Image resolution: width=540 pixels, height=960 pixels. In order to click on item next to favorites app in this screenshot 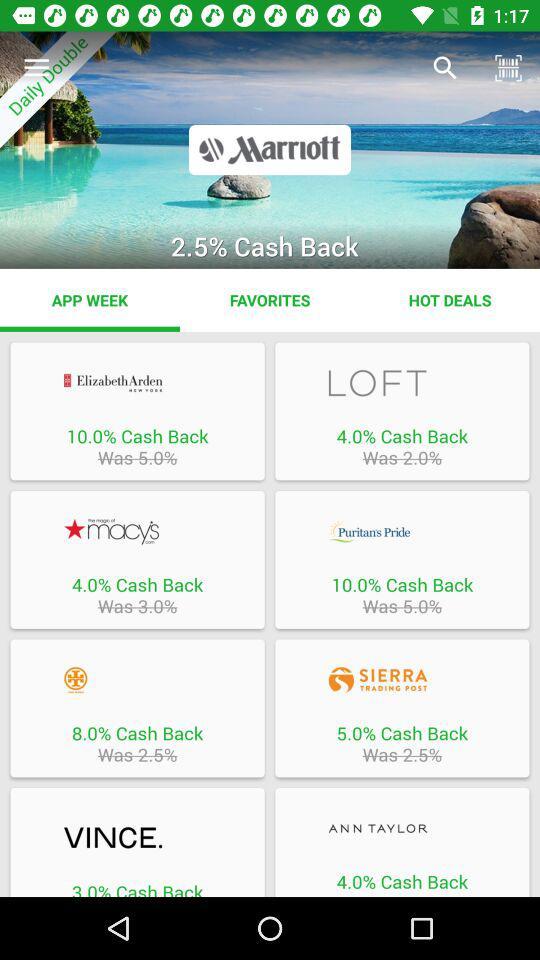, I will do `click(449, 299)`.